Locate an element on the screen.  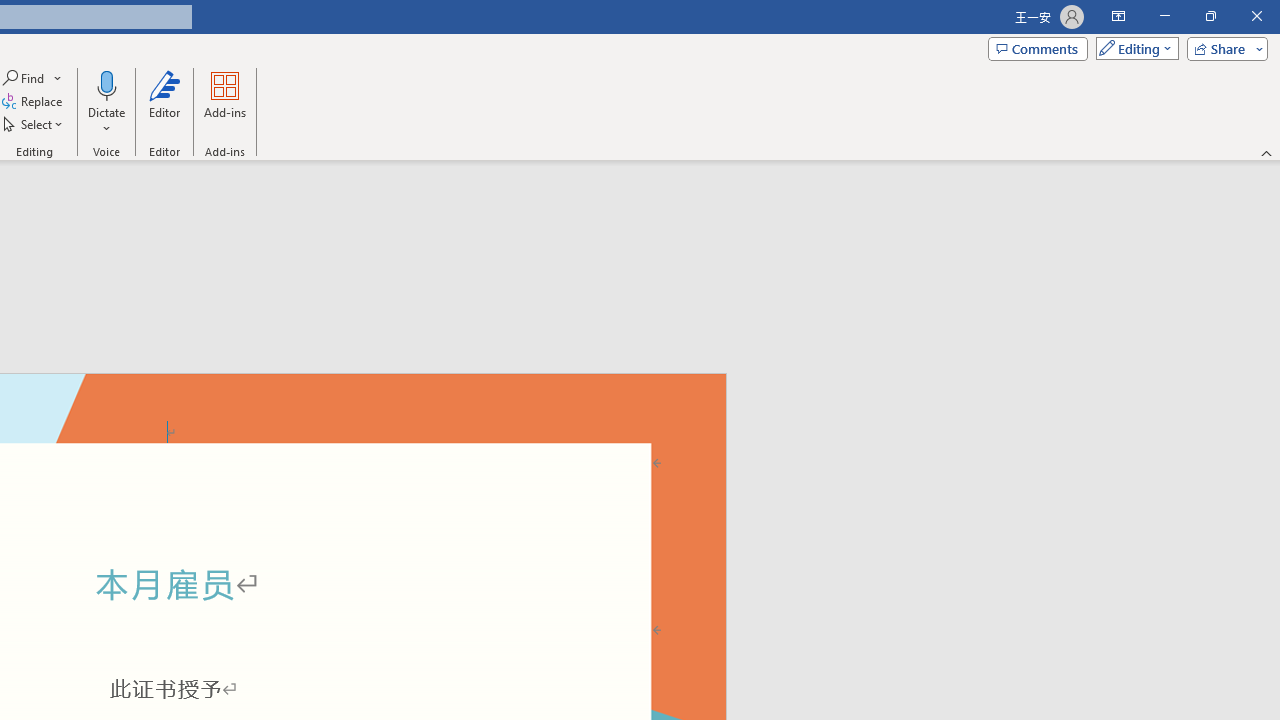
'Editor' is located at coordinates (164, 103).